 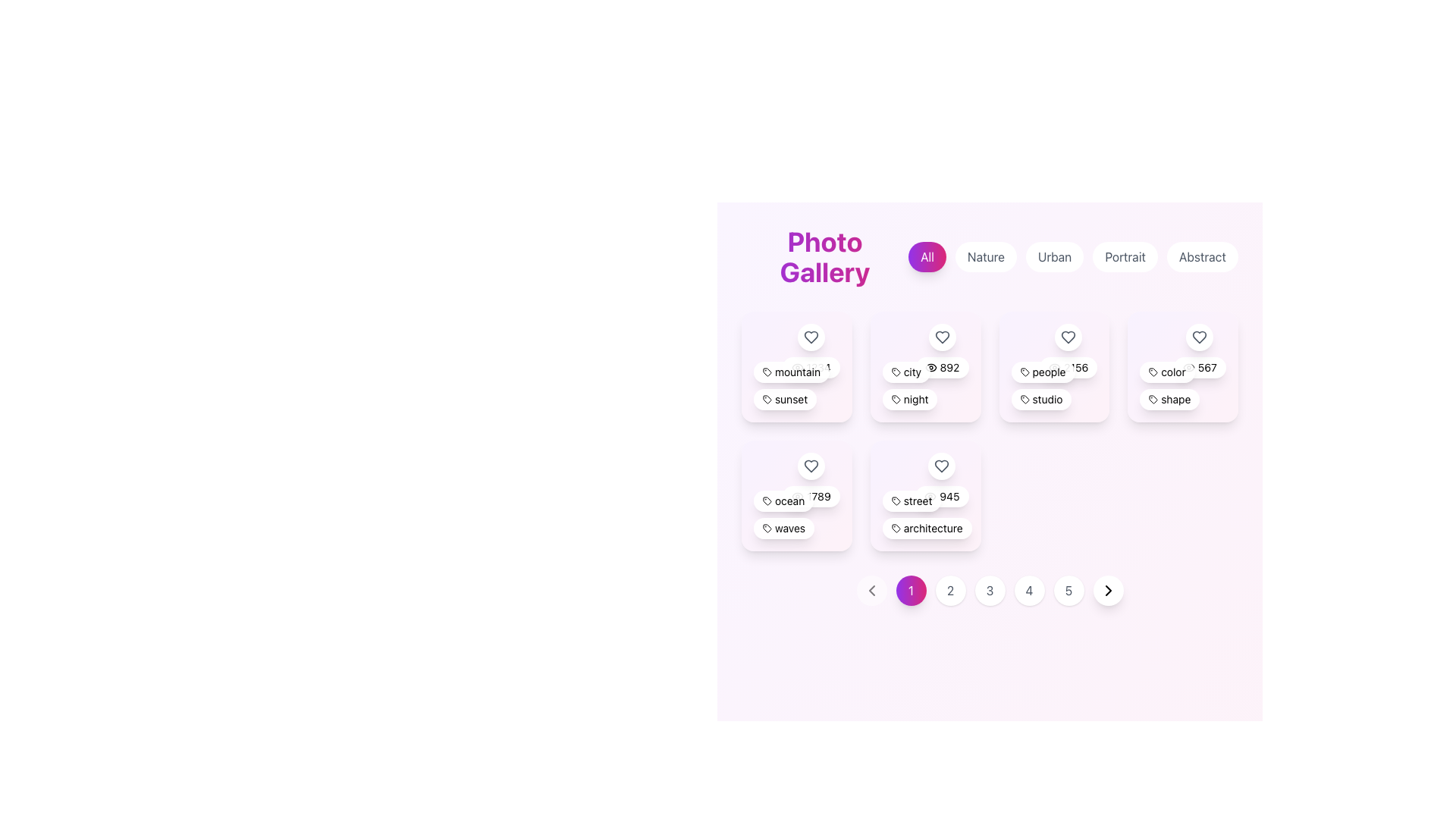 What do you see at coordinates (783, 527) in the screenshot?
I see `the pill-shaped tag labeled 'waves' with a black icon and text on a white background for tooltip information` at bounding box center [783, 527].